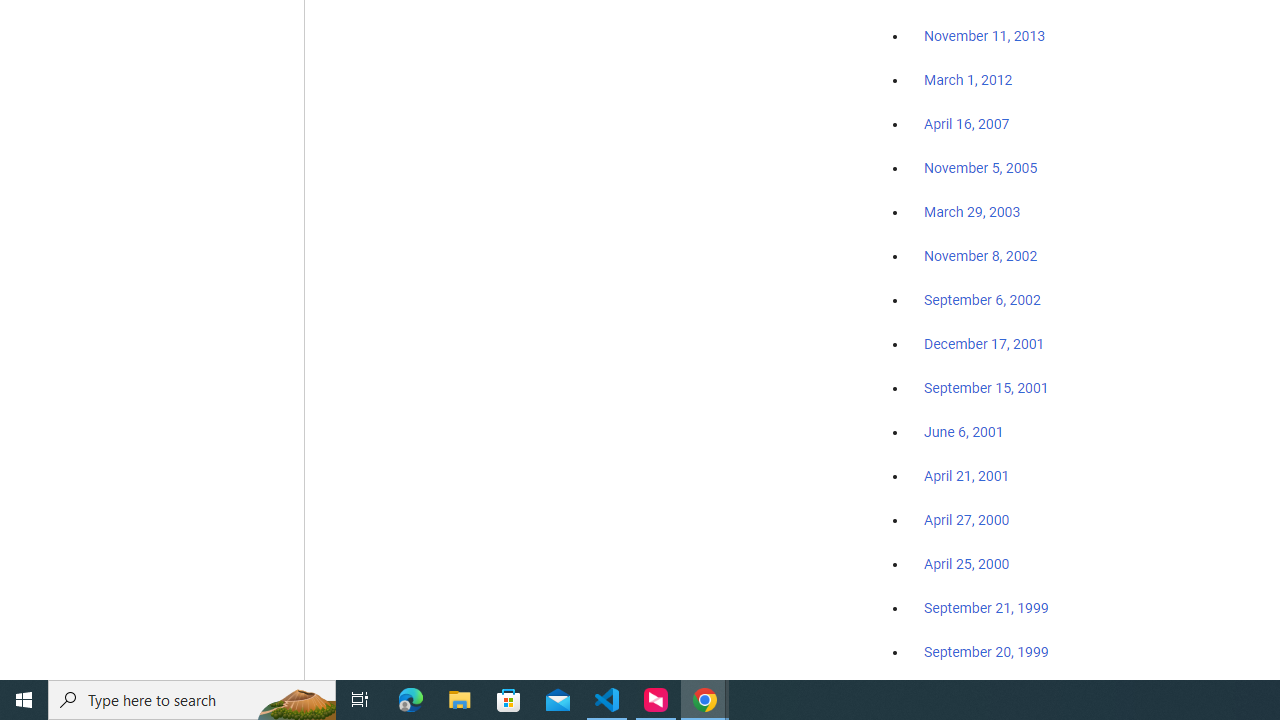 Image resolution: width=1280 pixels, height=720 pixels. I want to click on 'June 6, 2001', so click(963, 431).